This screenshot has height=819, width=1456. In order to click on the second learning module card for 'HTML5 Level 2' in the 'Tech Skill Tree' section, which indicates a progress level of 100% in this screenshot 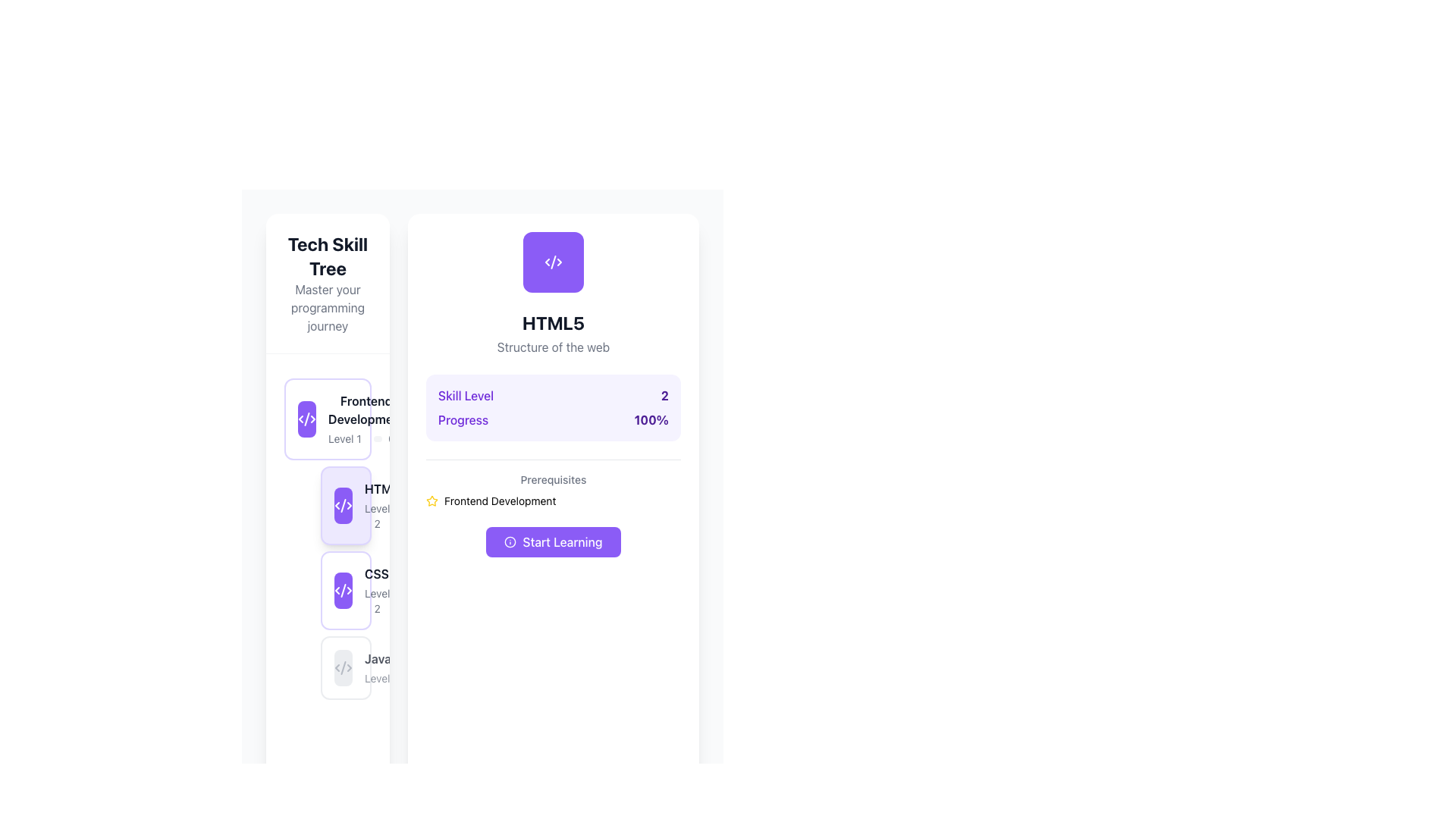, I will do `click(327, 538)`.